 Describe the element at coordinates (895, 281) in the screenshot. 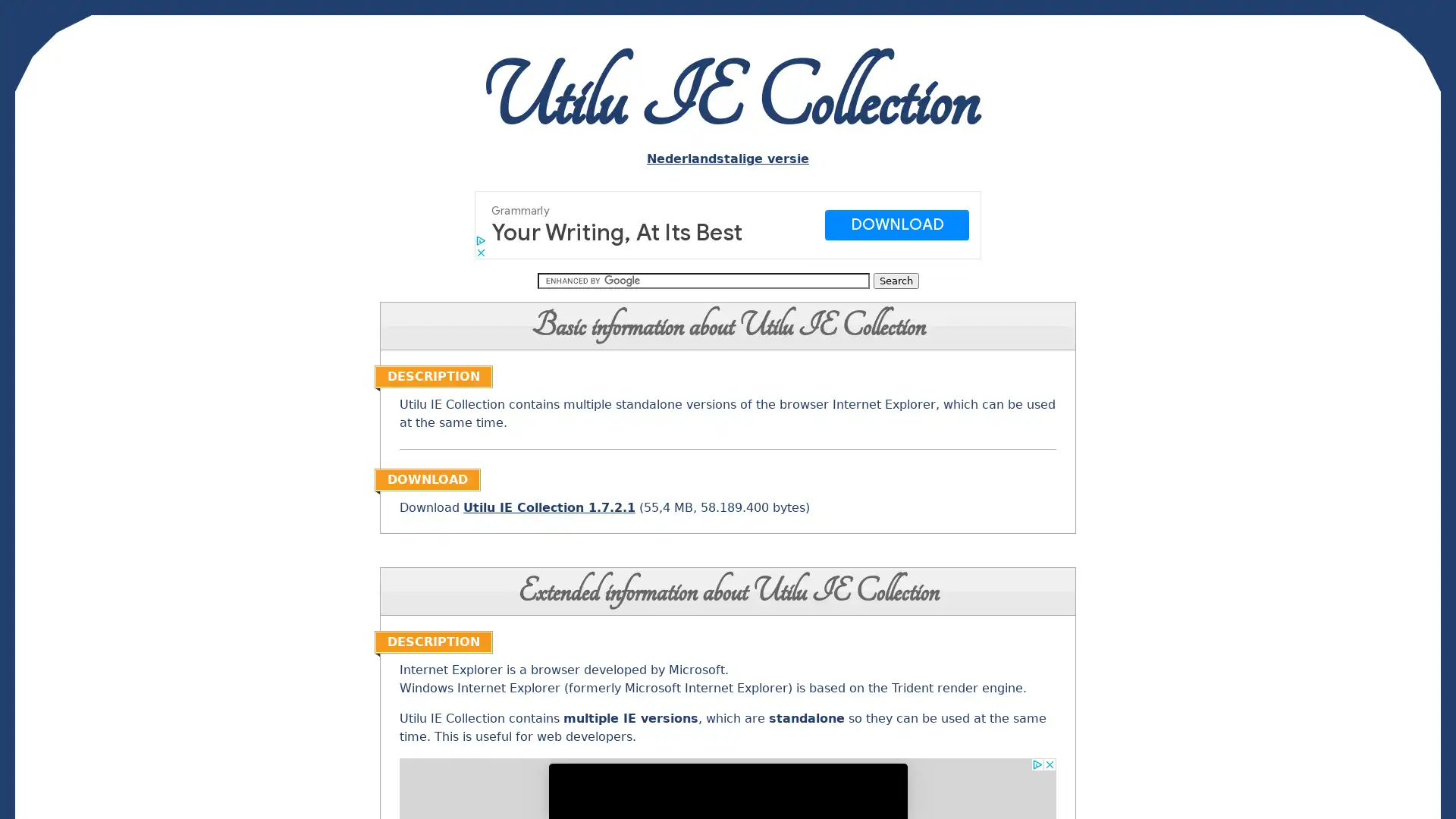

I see `Search` at that location.